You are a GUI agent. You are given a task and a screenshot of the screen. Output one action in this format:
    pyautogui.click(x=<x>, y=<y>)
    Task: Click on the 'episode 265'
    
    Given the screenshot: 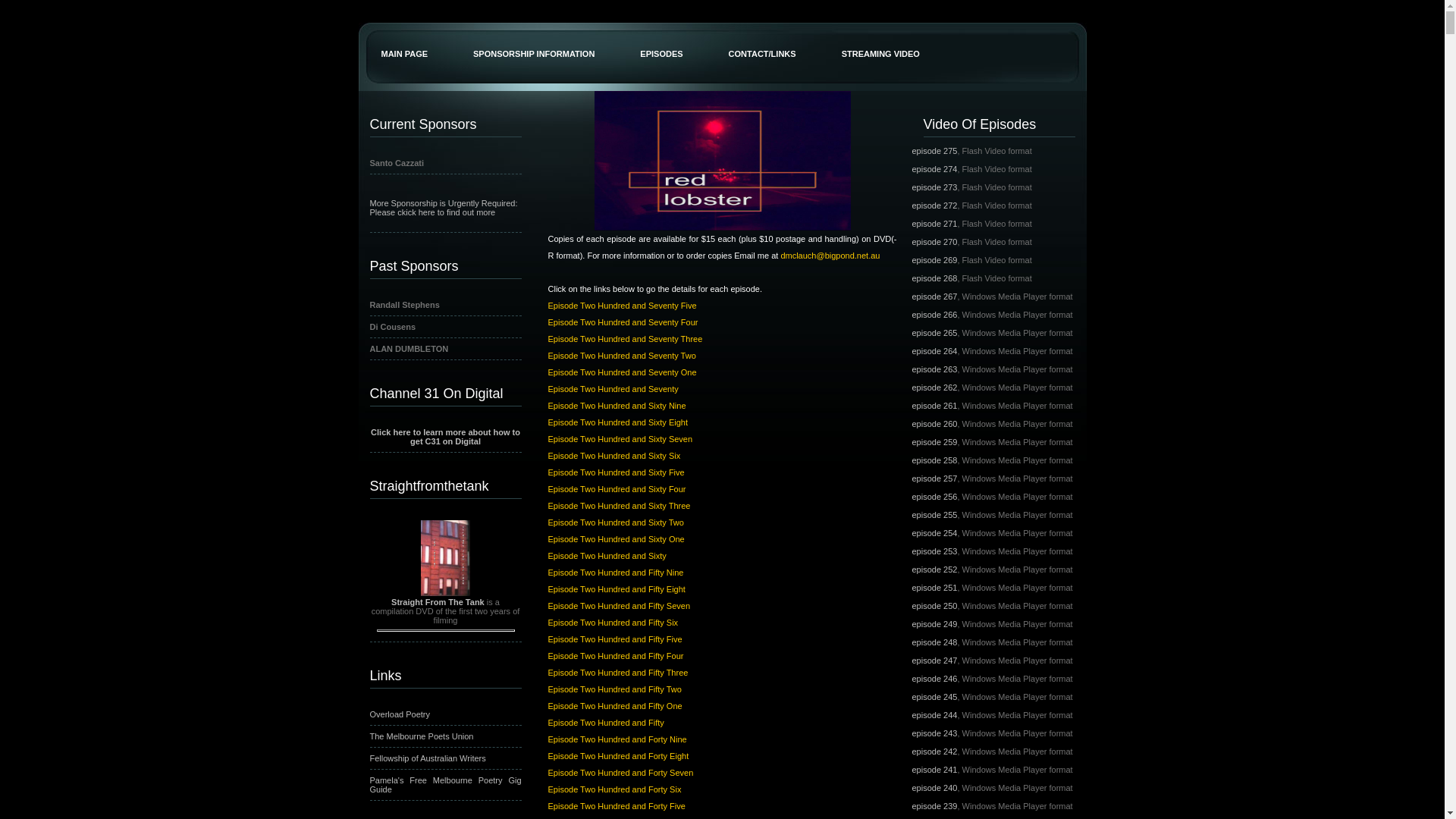 What is the action you would take?
    pyautogui.click(x=934, y=332)
    